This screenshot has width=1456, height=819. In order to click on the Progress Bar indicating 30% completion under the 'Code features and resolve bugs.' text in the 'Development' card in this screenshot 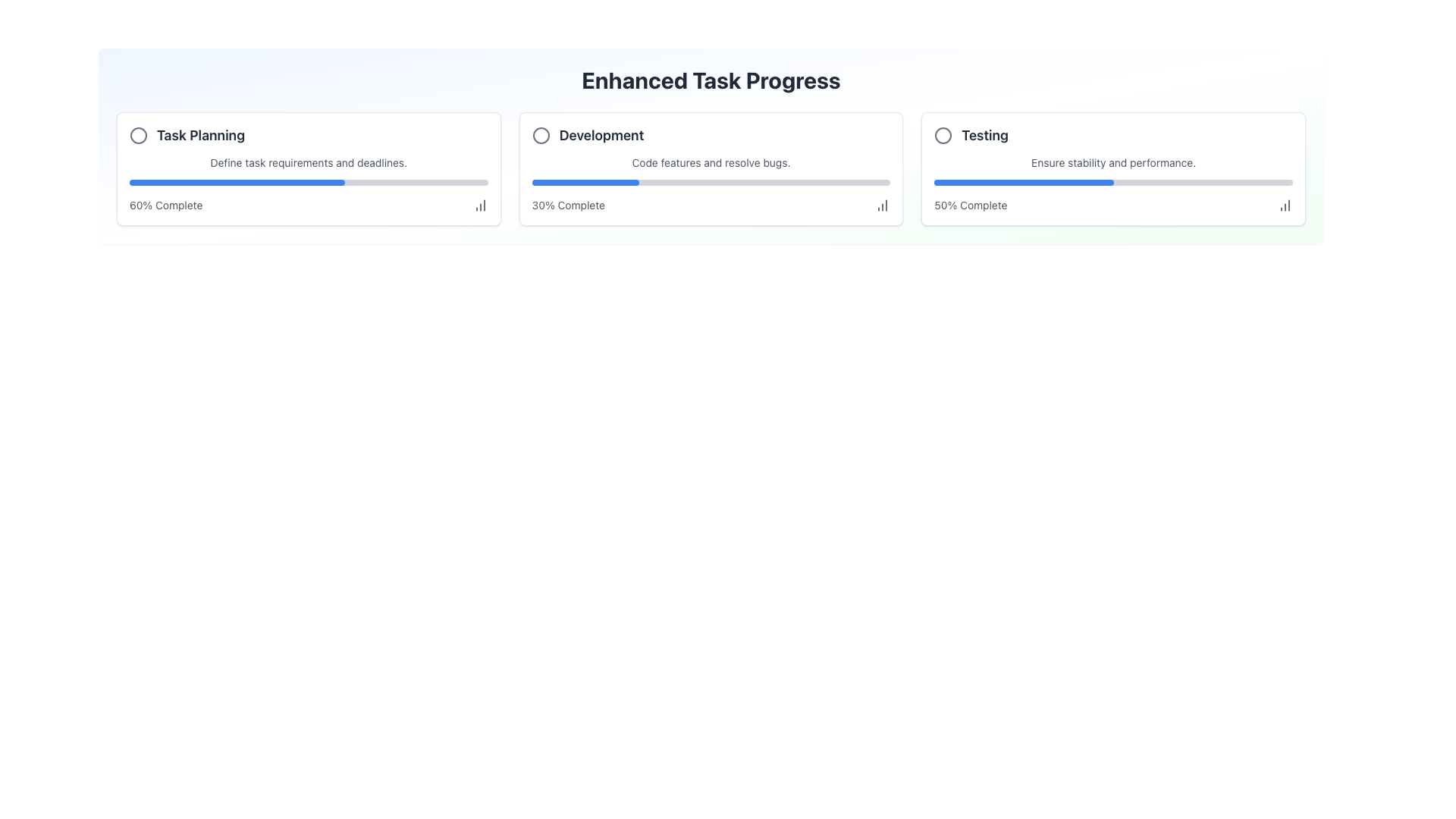, I will do `click(710, 181)`.